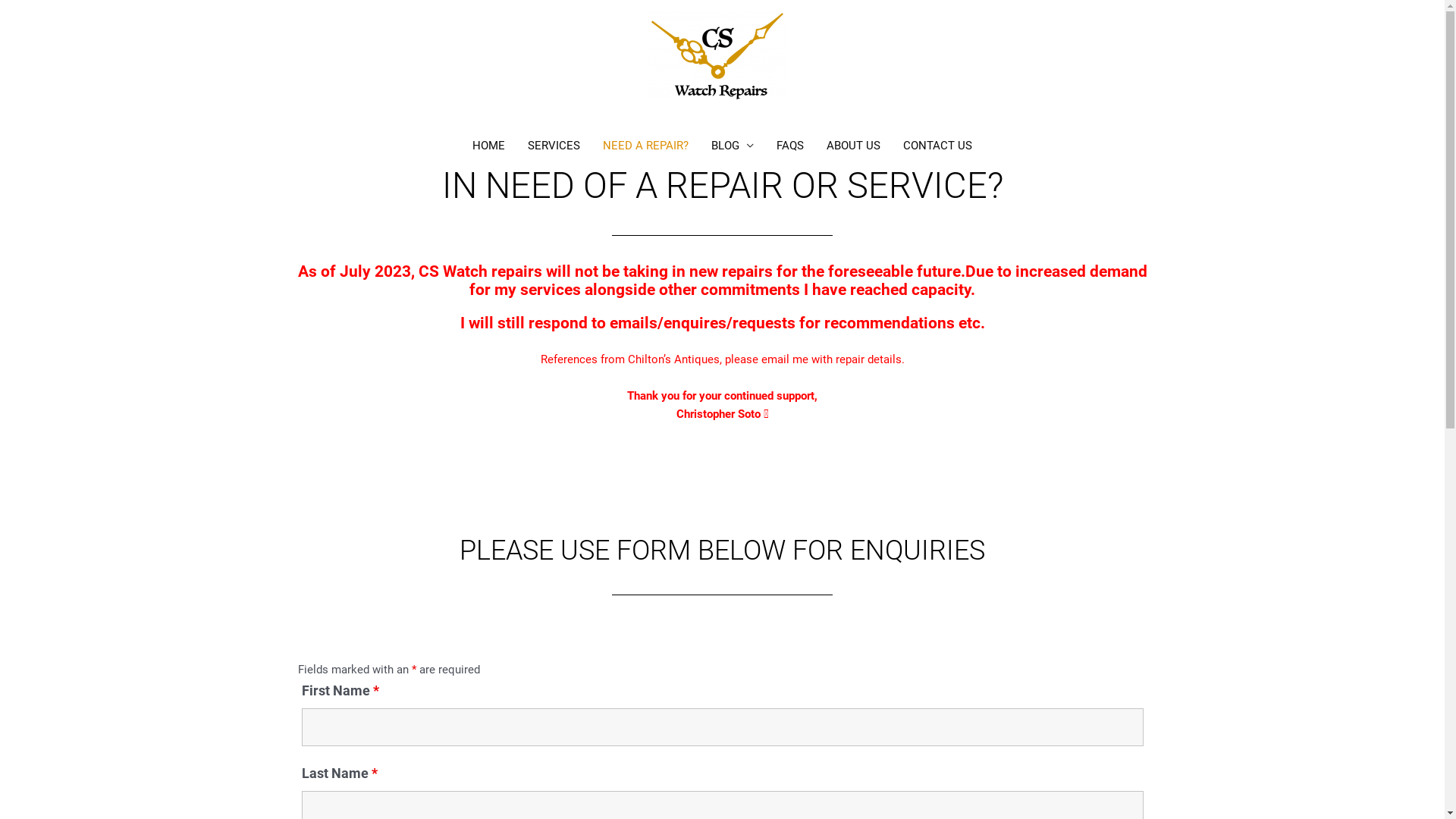  What do you see at coordinates (645, 146) in the screenshot?
I see `'NEED A REPAIR?'` at bounding box center [645, 146].